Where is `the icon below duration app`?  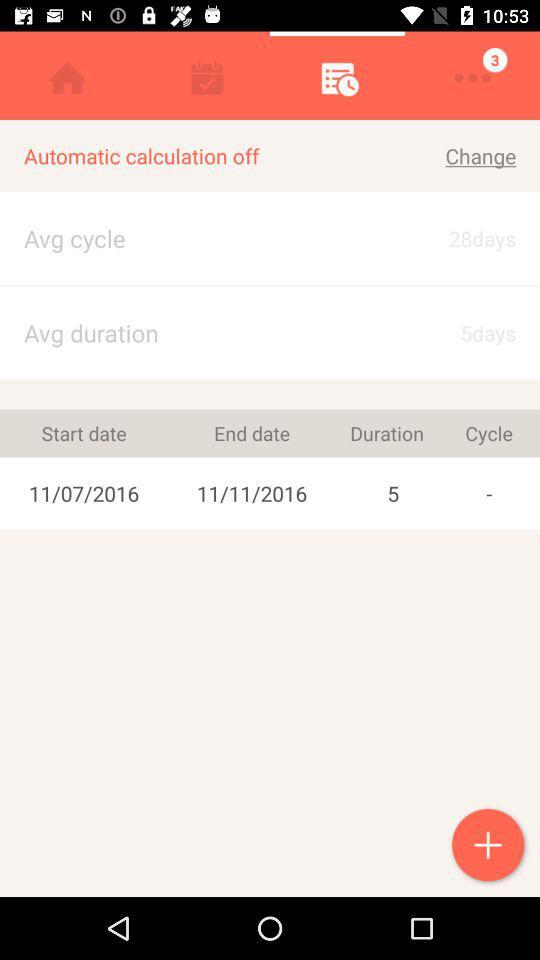 the icon below duration app is located at coordinates (393, 492).